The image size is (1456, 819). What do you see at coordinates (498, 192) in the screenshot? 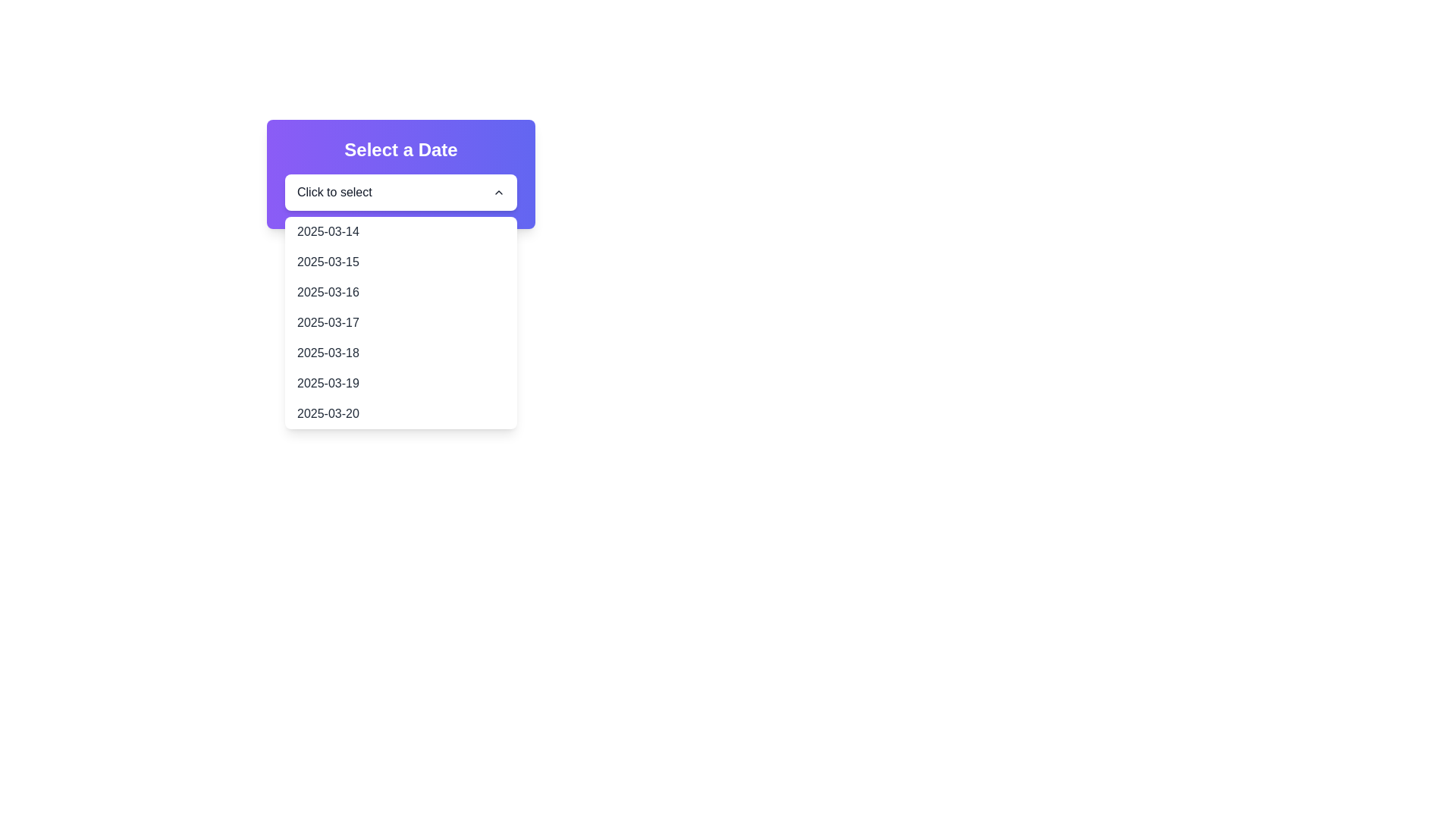
I see `the Chevron-Up icon located to the right of the text 'Click to select' in the dropdown header` at bounding box center [498, 192].